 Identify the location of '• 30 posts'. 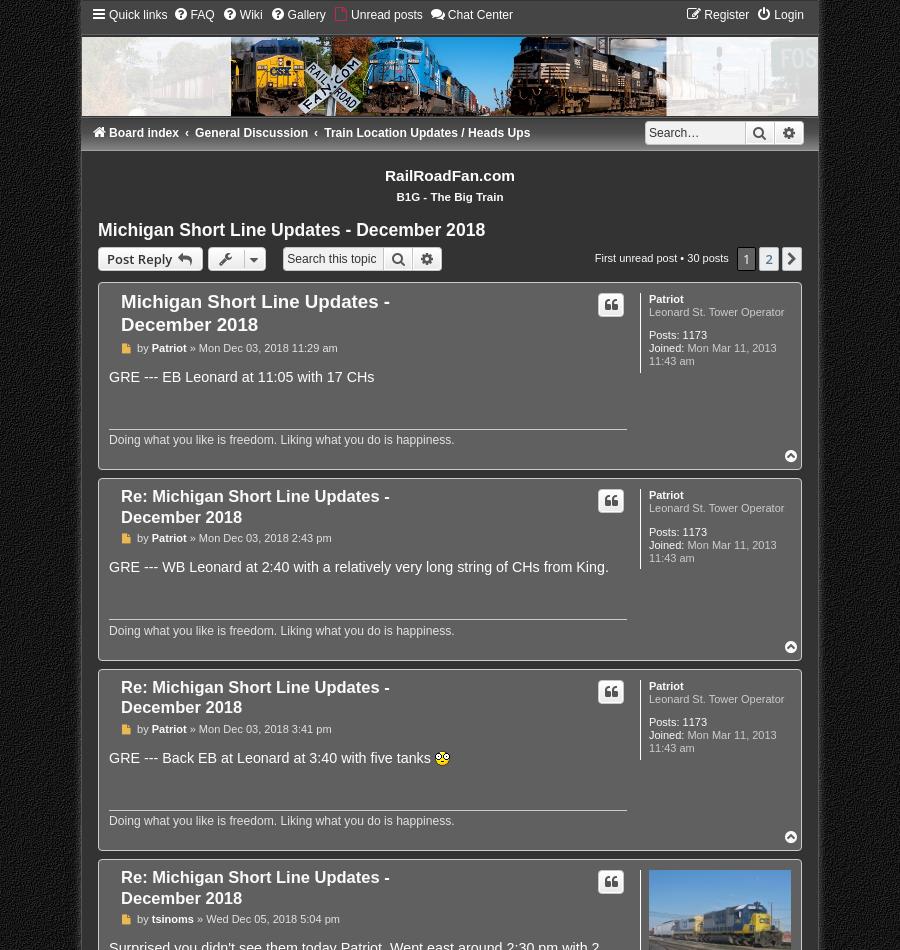
(702, 255).